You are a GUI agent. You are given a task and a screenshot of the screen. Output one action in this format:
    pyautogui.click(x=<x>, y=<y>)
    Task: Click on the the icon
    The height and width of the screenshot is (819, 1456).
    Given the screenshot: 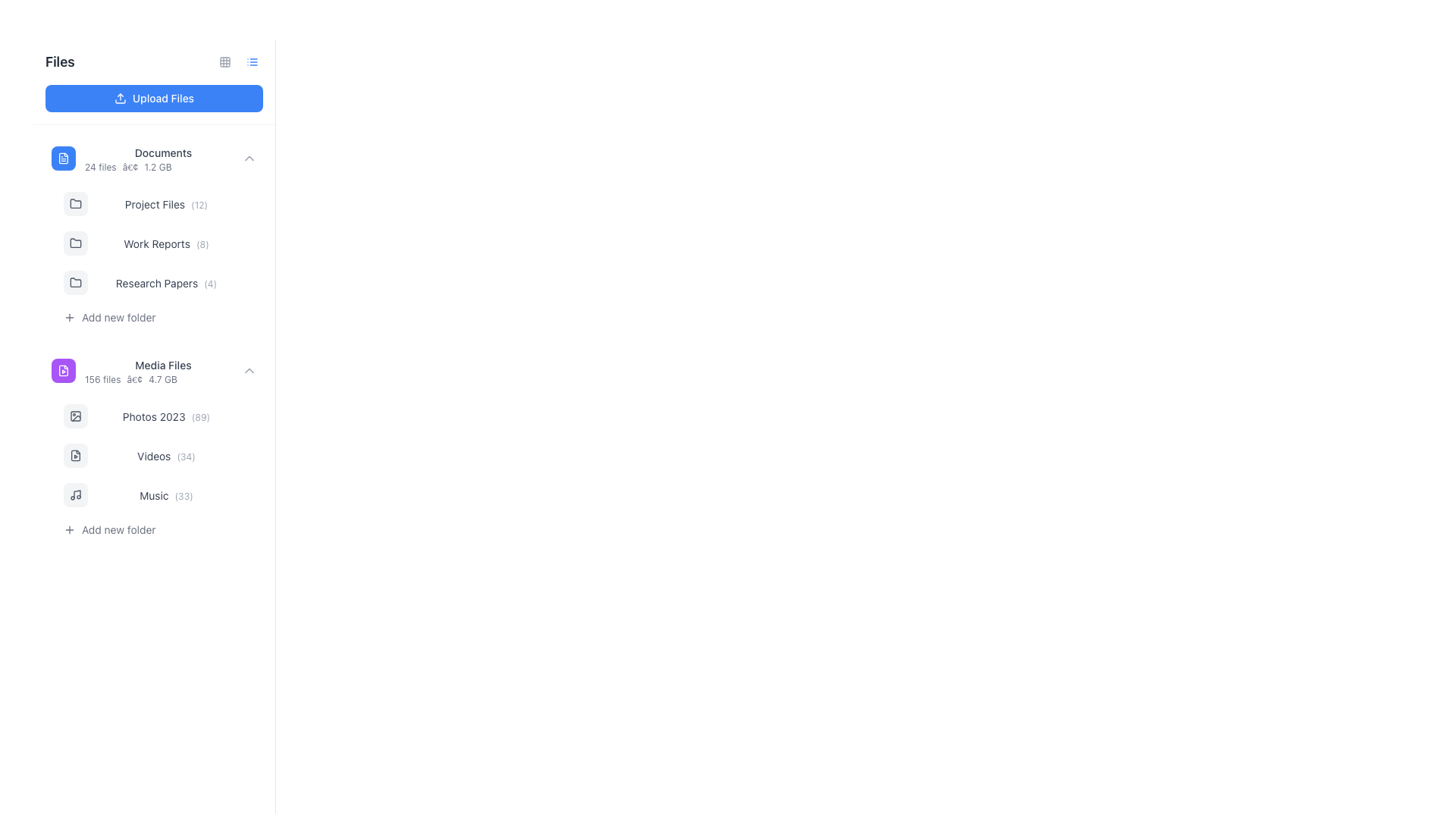 What is the action you would take?
    pyautogui.click(x=252, y=61)
    